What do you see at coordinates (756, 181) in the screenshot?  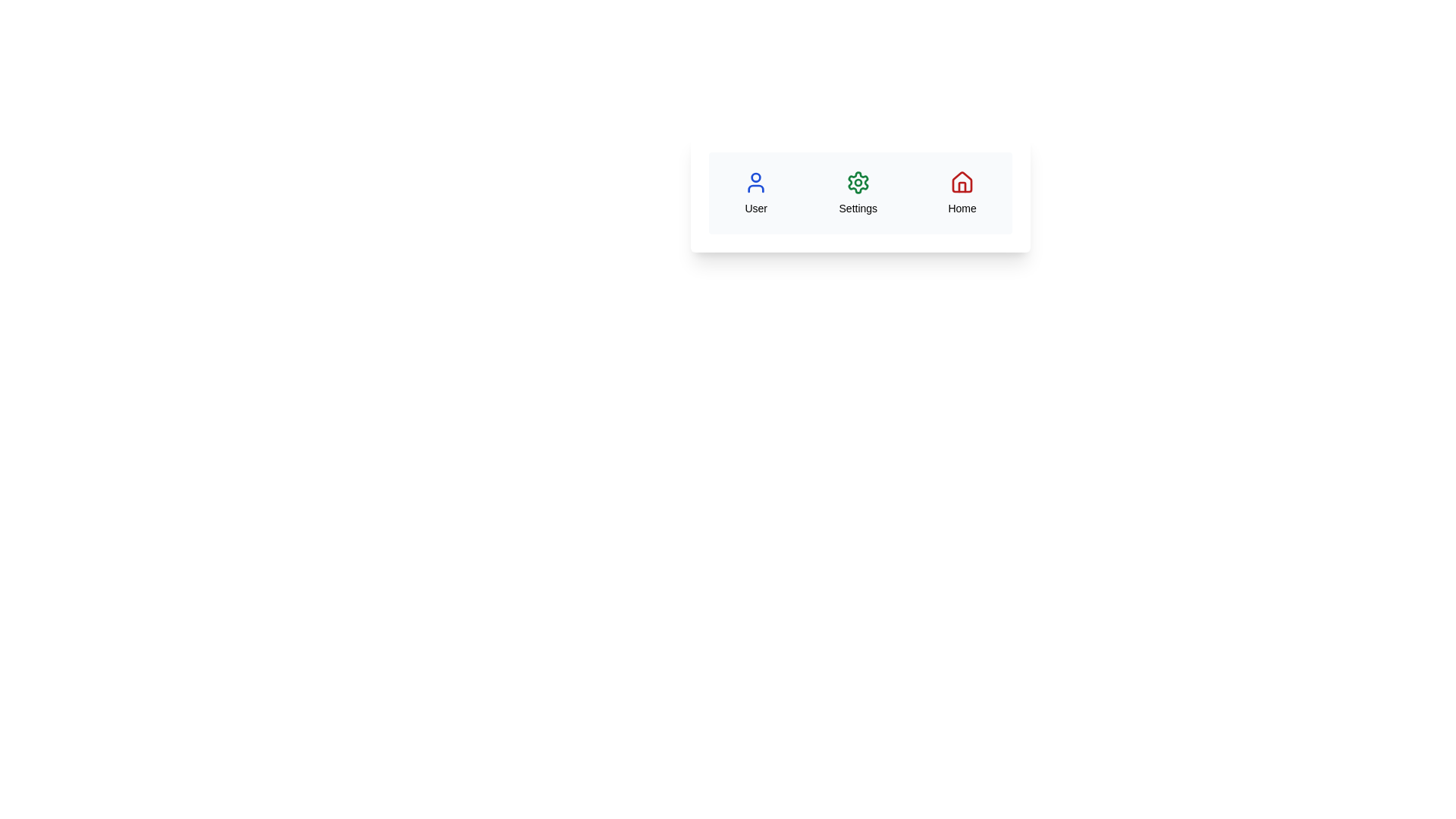 I see `the SVG icon element that represents the 'User' section, which is centrally positioned above the text 'User' in the first card of a horizontally aligned set of three cards` at bounding box center [756, 181].